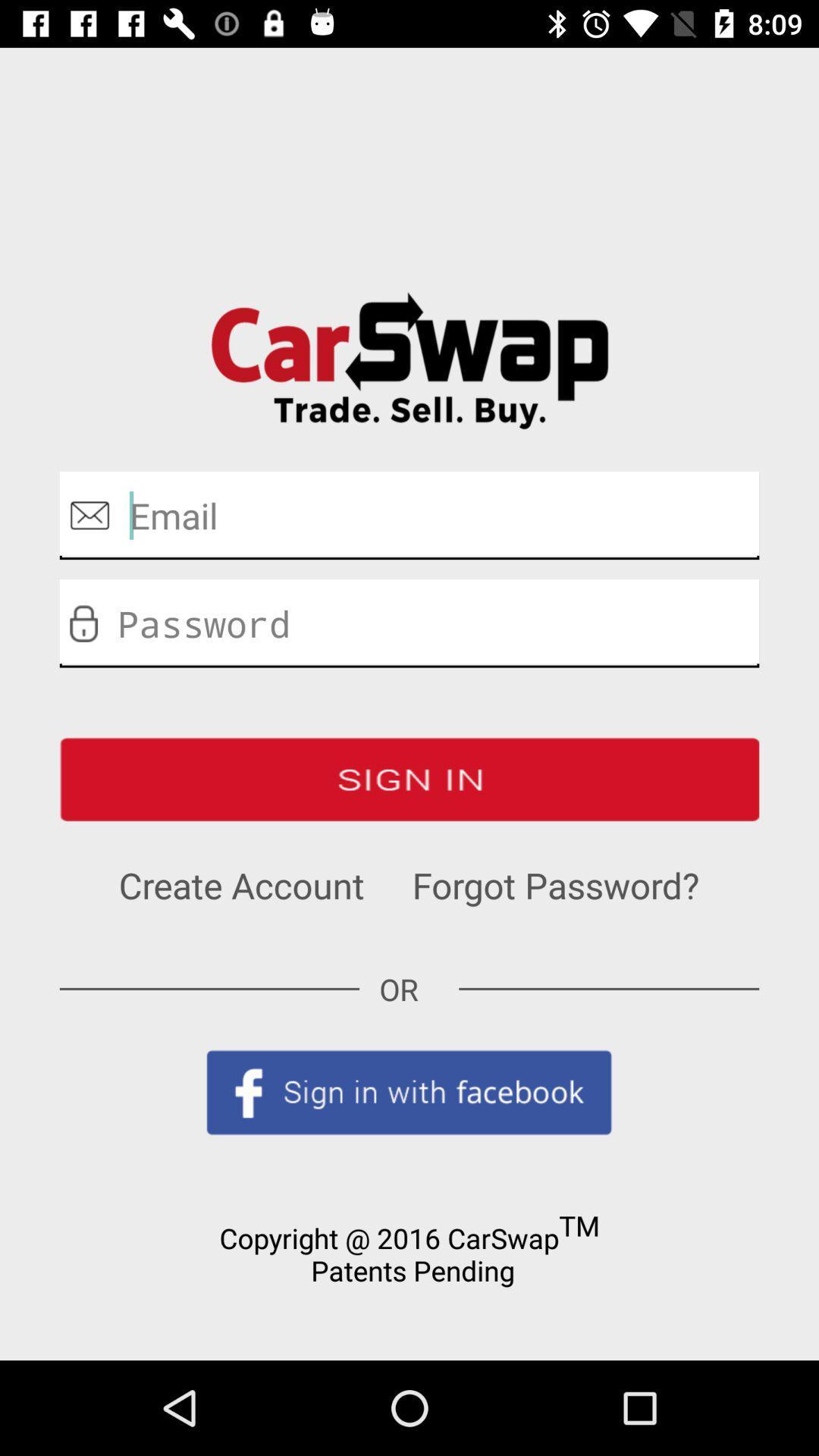 This screenshot has height=1456, width=819. What do you see at coordinates (409, 515) in the screenshot?
I see `email entry box` at bounding box center [409, 515].